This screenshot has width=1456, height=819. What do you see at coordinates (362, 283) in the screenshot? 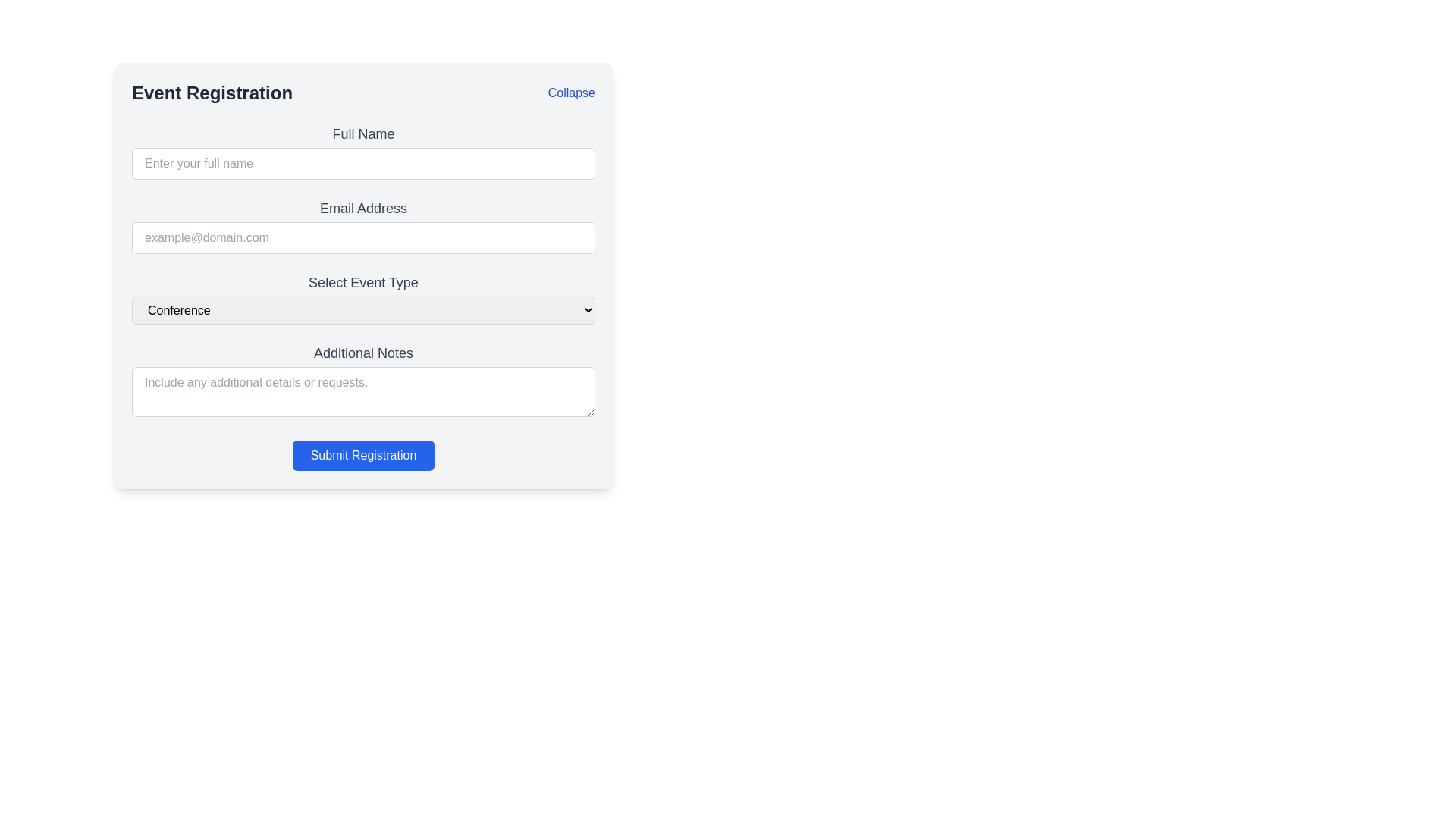
I see `the descriptive label for the dropdown menu instructing the user to select an event type, located directly above the dropdown within the event registration form` at bounding box center [362, 283].